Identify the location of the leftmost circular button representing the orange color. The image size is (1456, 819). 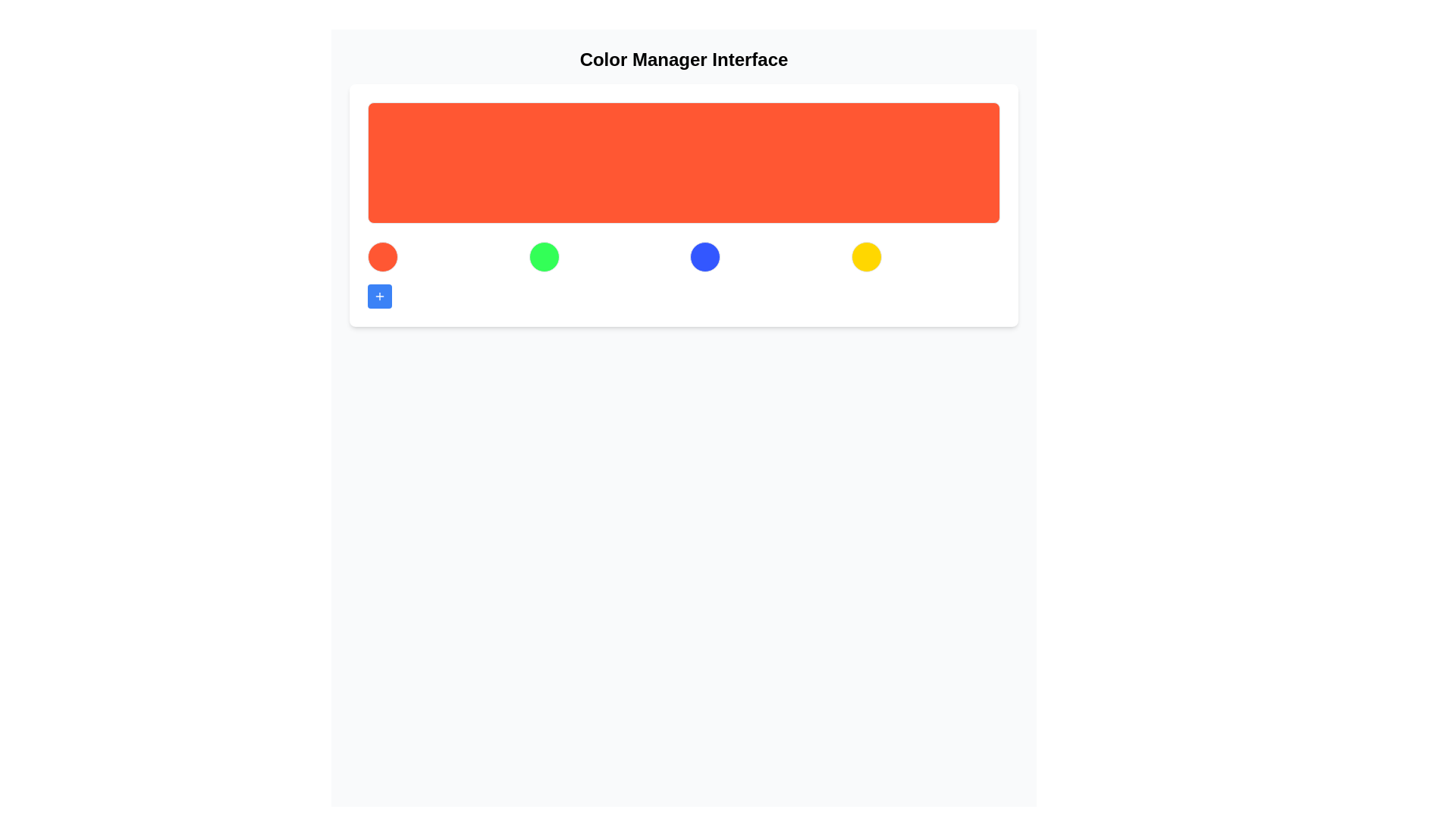
(382, 256).